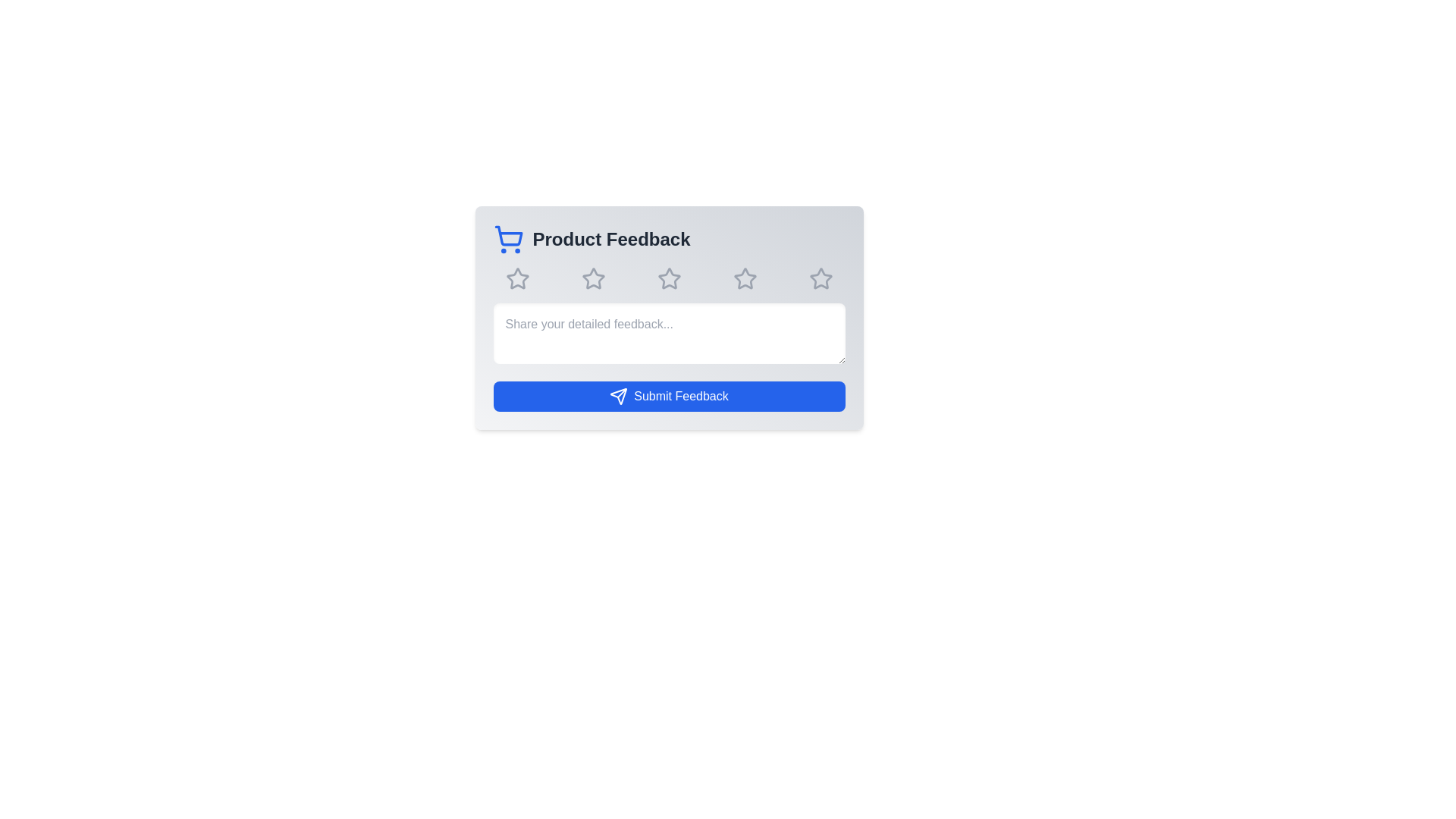 The width and height of the screenshot is (1456, 819). I want to click on the 'Product Feedback' text label, which is styled in gray and bold, located next to a blue shopping cart icon in the feedback module at the top of the interface, so click(611, 239).